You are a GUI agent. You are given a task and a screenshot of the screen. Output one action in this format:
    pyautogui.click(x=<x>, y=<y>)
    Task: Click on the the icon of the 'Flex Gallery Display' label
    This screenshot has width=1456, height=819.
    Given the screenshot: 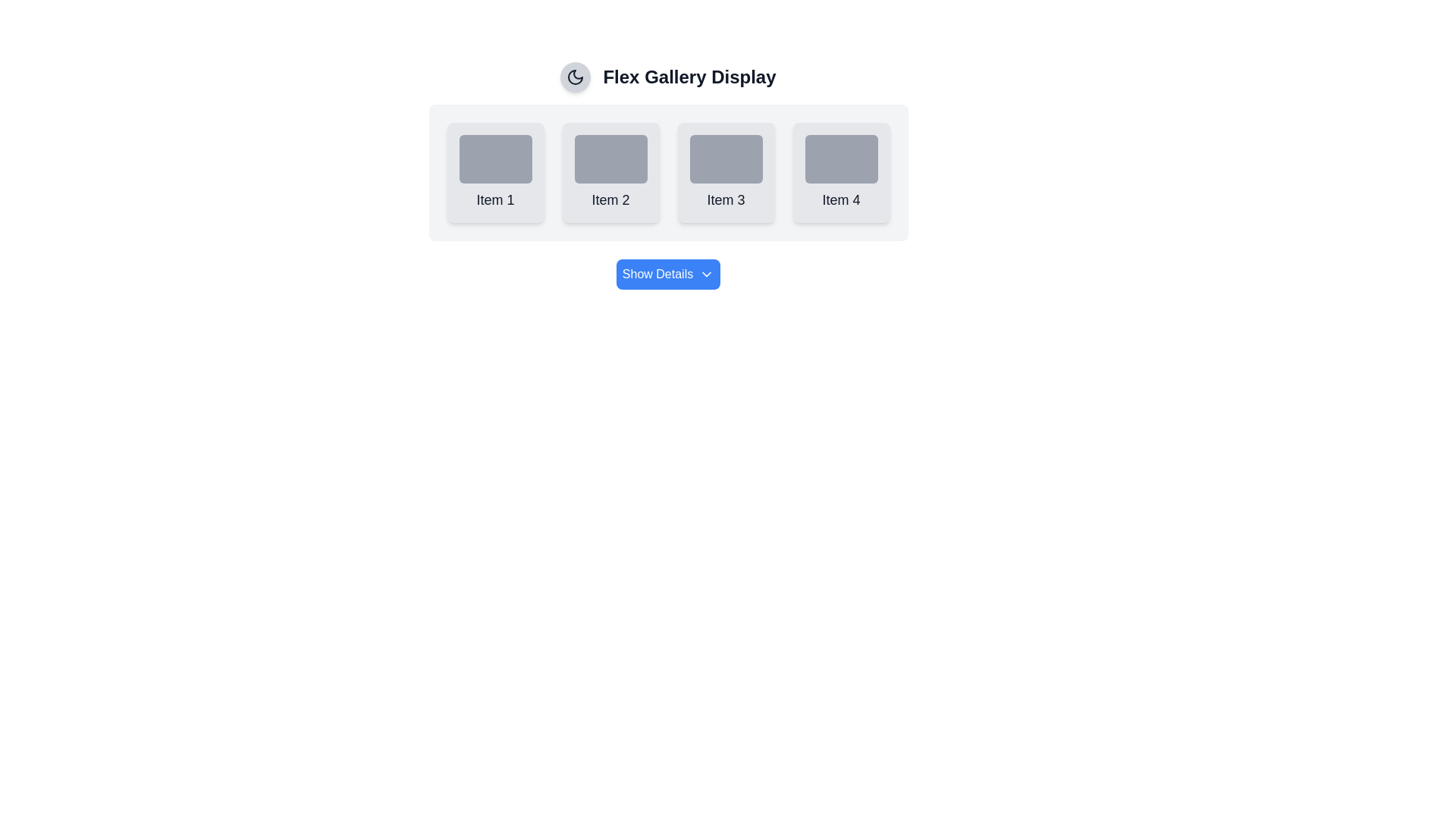 What is the action you would take?
    pyautogui.click(x=667, y=77)
    